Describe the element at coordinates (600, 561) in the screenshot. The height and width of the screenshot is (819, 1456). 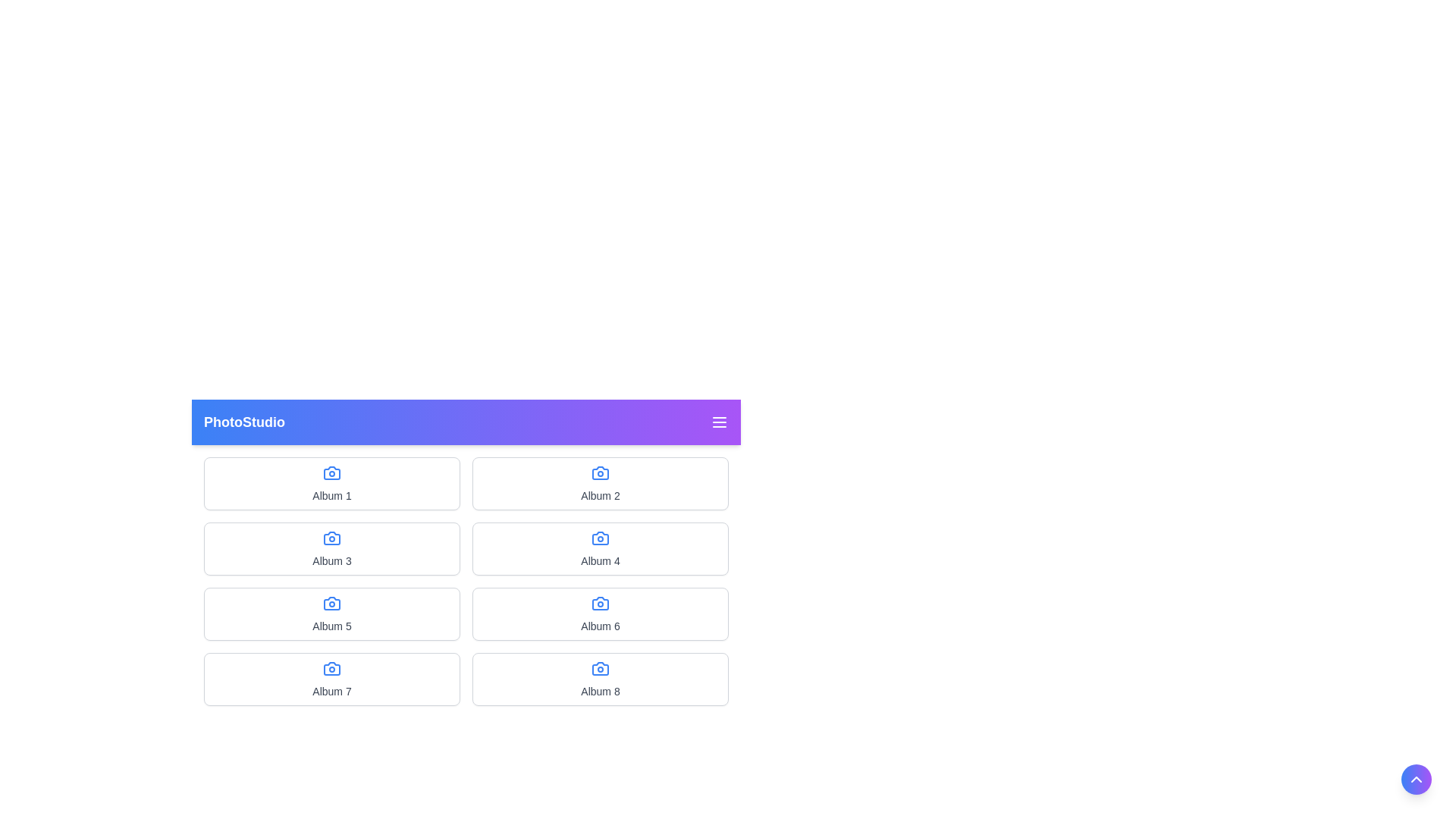
I see `text label displaying 'Album 4' located below the camera icon in the second column of the second row of the album grid` at that location.